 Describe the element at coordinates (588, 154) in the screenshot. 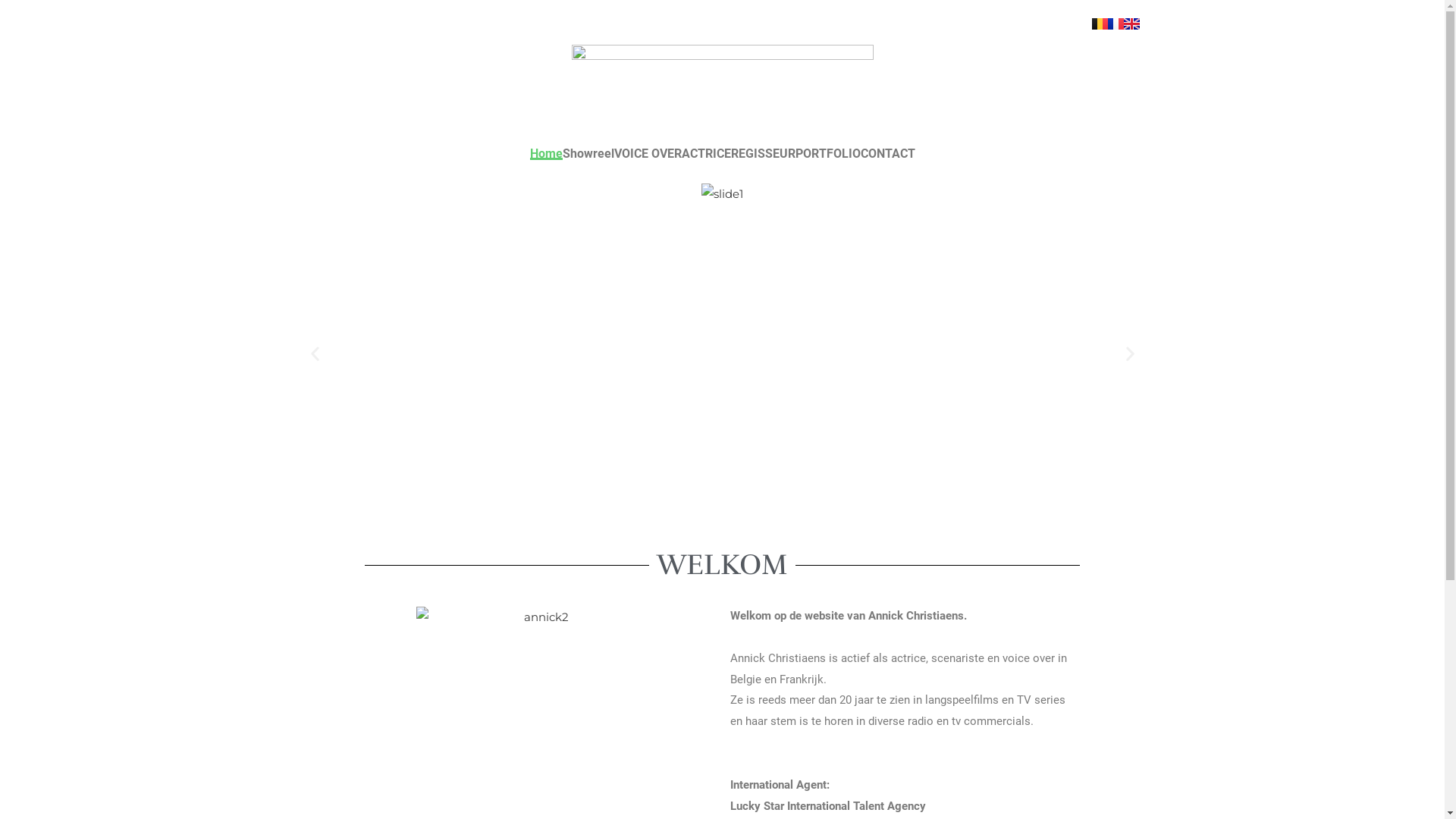

I see `'Showreel'` at that location.